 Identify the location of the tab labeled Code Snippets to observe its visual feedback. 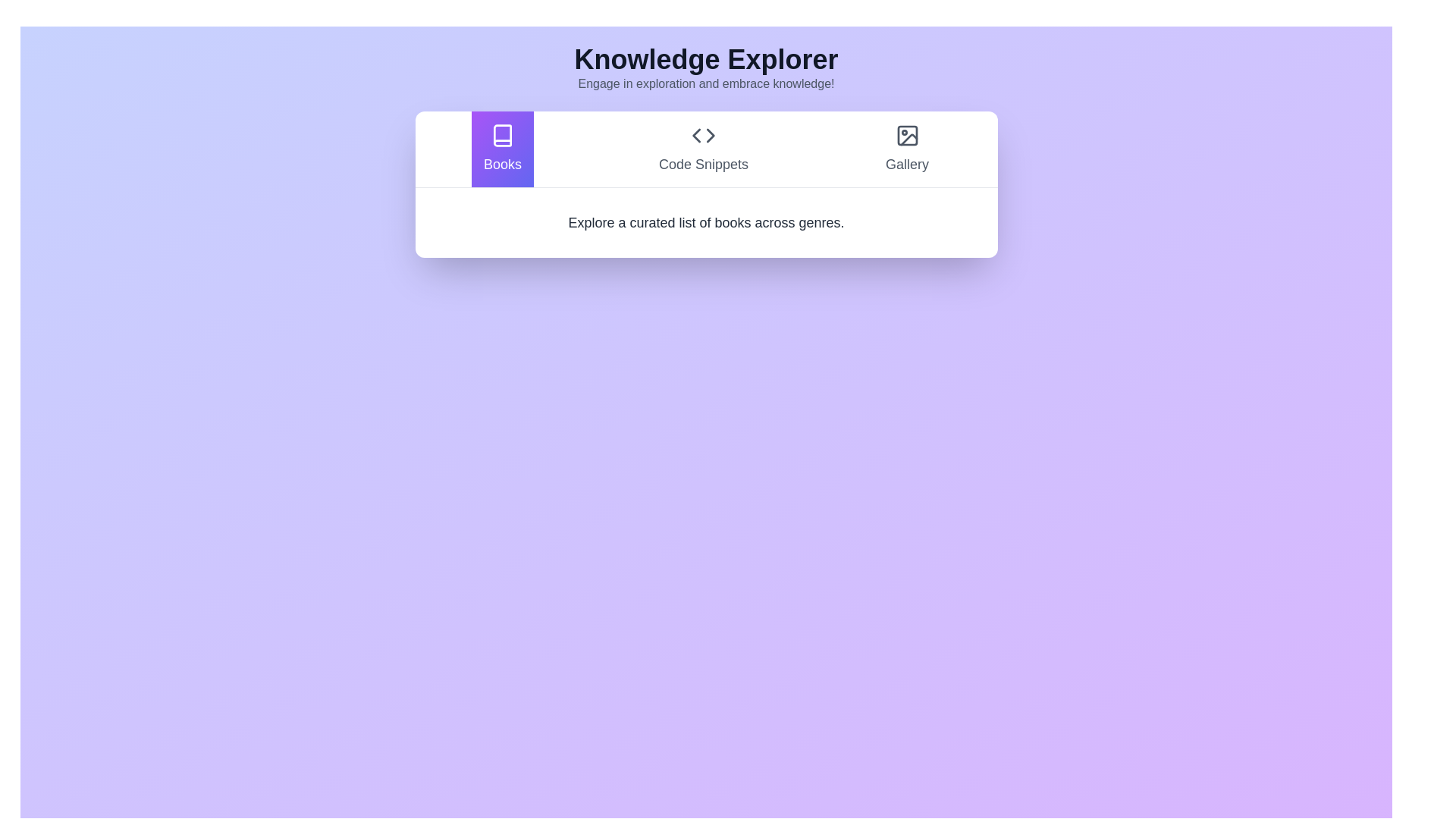
(702, 149).